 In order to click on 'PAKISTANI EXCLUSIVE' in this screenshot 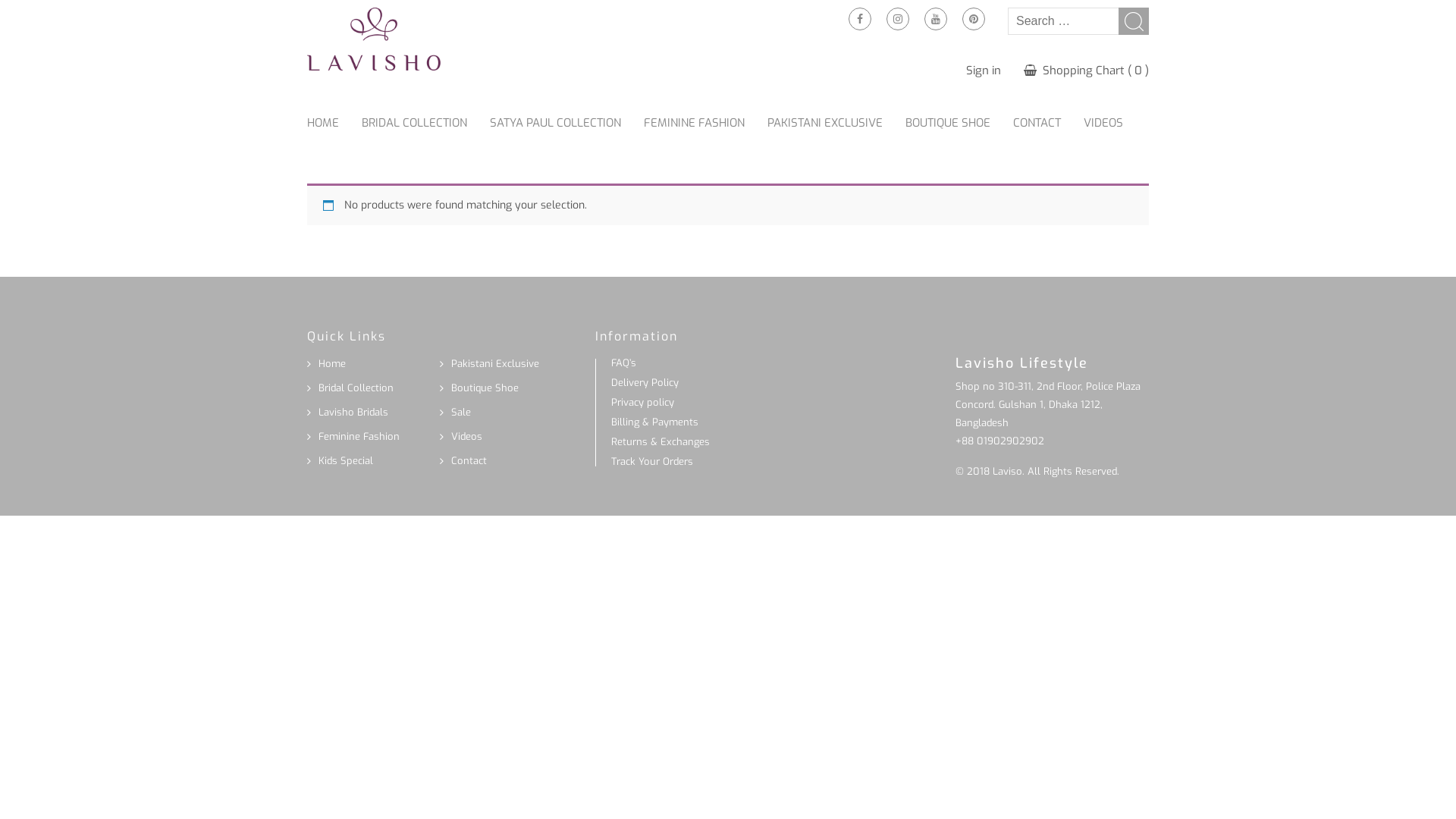, I will do `click(836, 122)`.